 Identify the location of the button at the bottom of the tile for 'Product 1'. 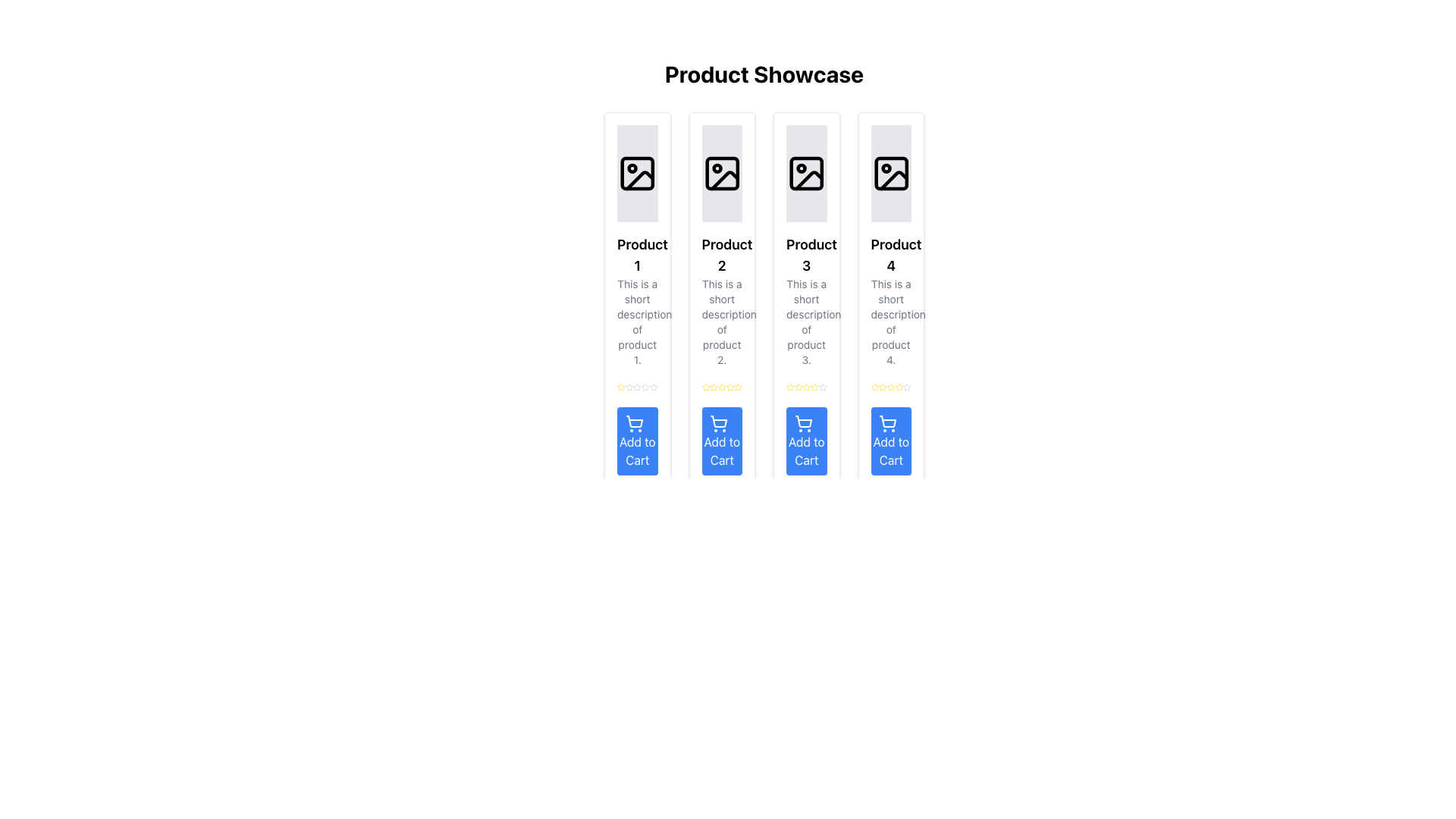
(637, 441).